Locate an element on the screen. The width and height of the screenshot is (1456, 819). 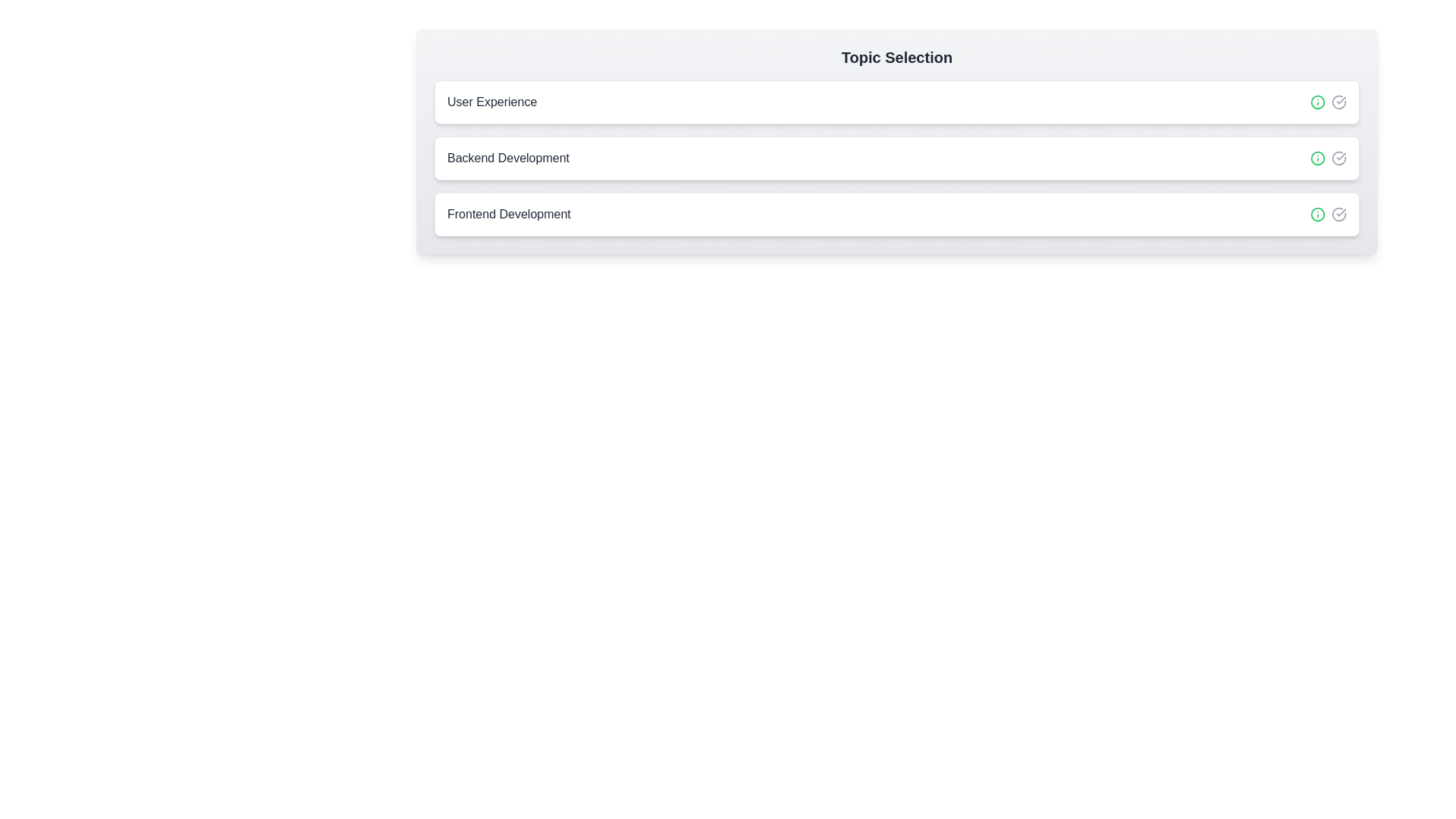
the chip labeled Backend Development to select it is located at coordinates (896, 158).